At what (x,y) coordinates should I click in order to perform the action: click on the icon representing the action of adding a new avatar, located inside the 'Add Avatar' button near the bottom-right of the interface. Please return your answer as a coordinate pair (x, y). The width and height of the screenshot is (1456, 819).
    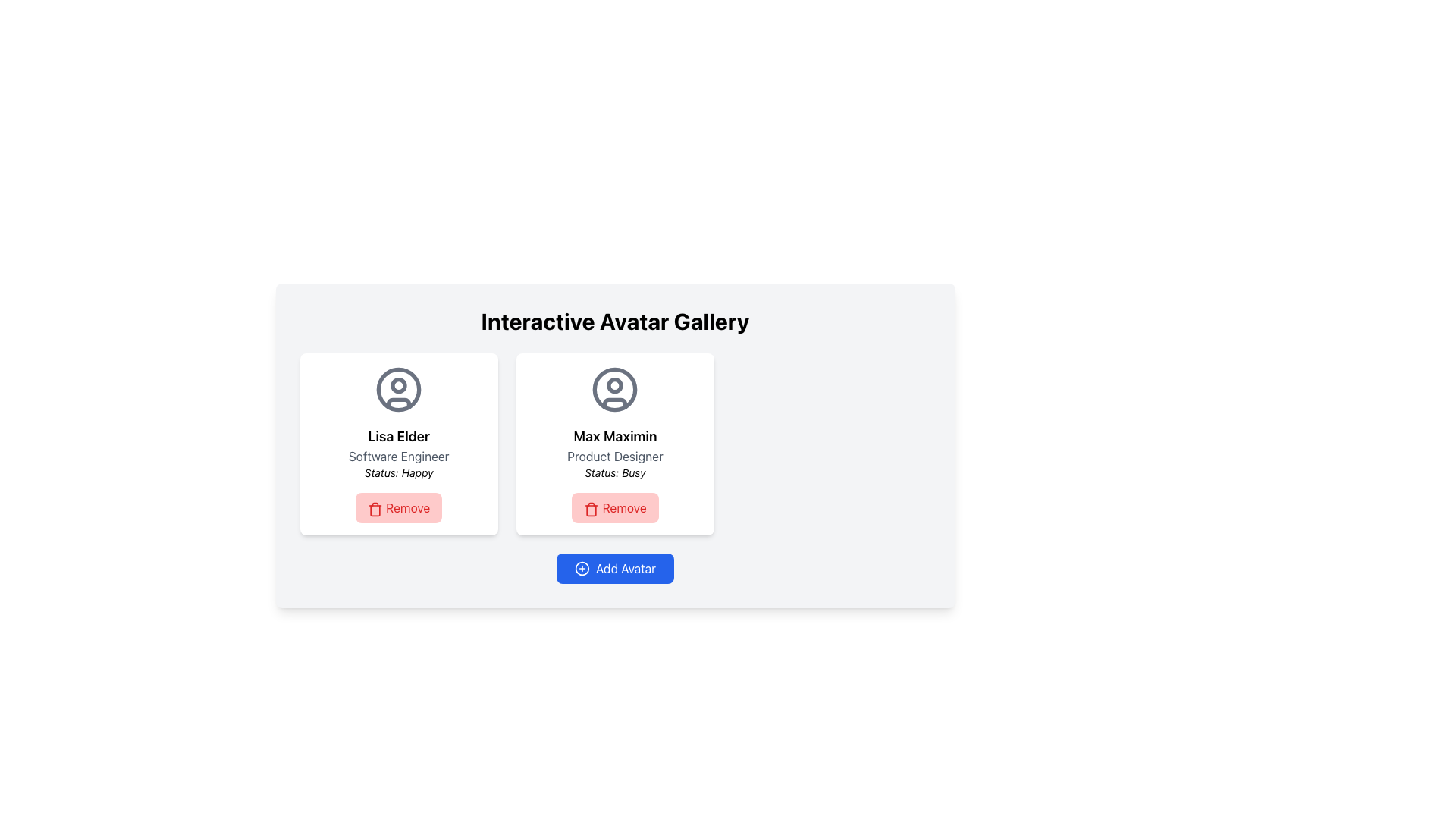
    Looking at the image, I should click on (582, 568).